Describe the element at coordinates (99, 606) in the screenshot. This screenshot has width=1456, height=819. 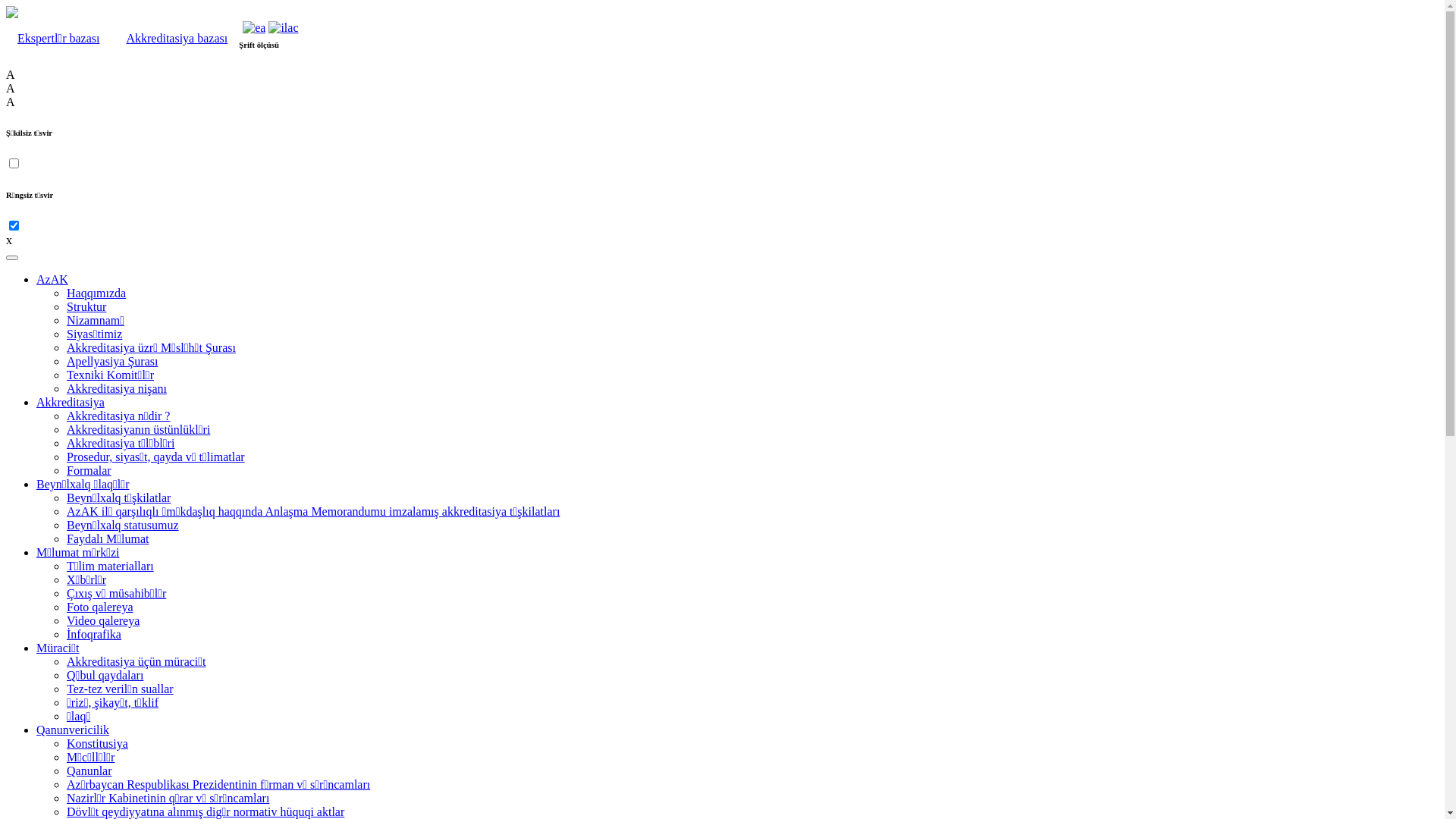
I see `'Foto qalereya'` at that location.